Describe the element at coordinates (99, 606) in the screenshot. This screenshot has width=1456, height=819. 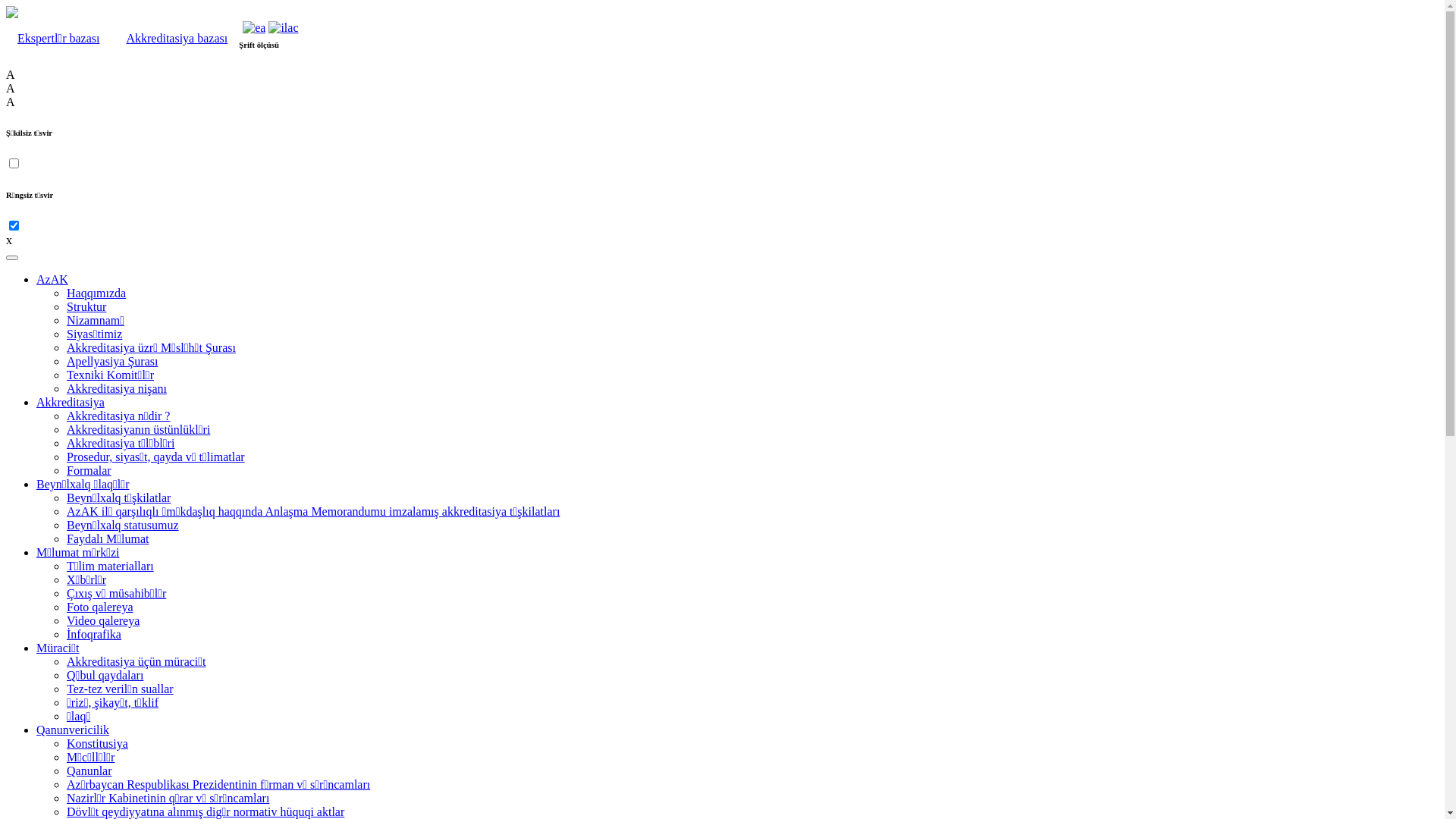
I see `'Foto qalereya'` at that location.